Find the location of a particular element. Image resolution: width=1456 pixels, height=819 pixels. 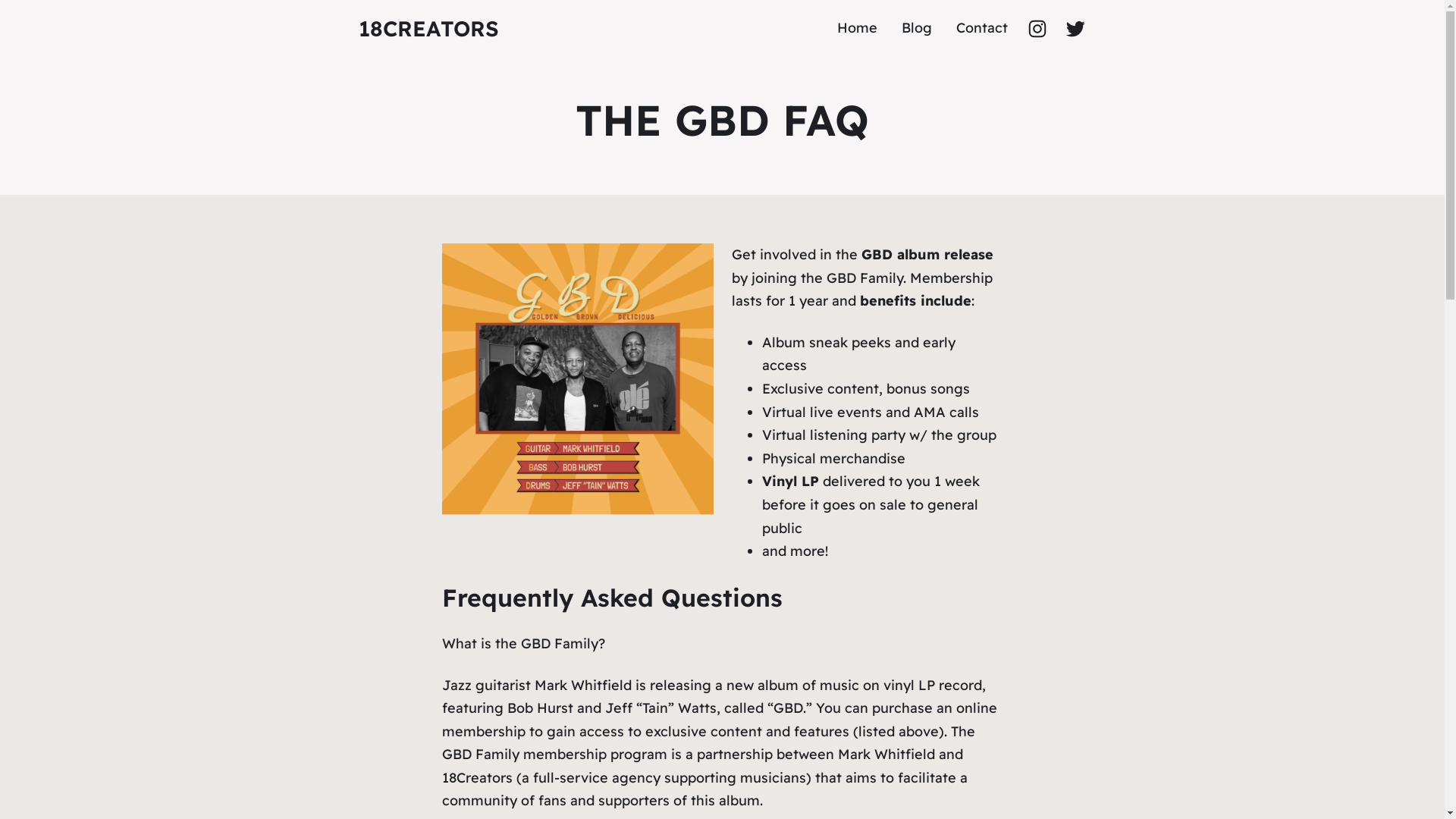

'18CREATORS' is located at coordinates (356, 28).